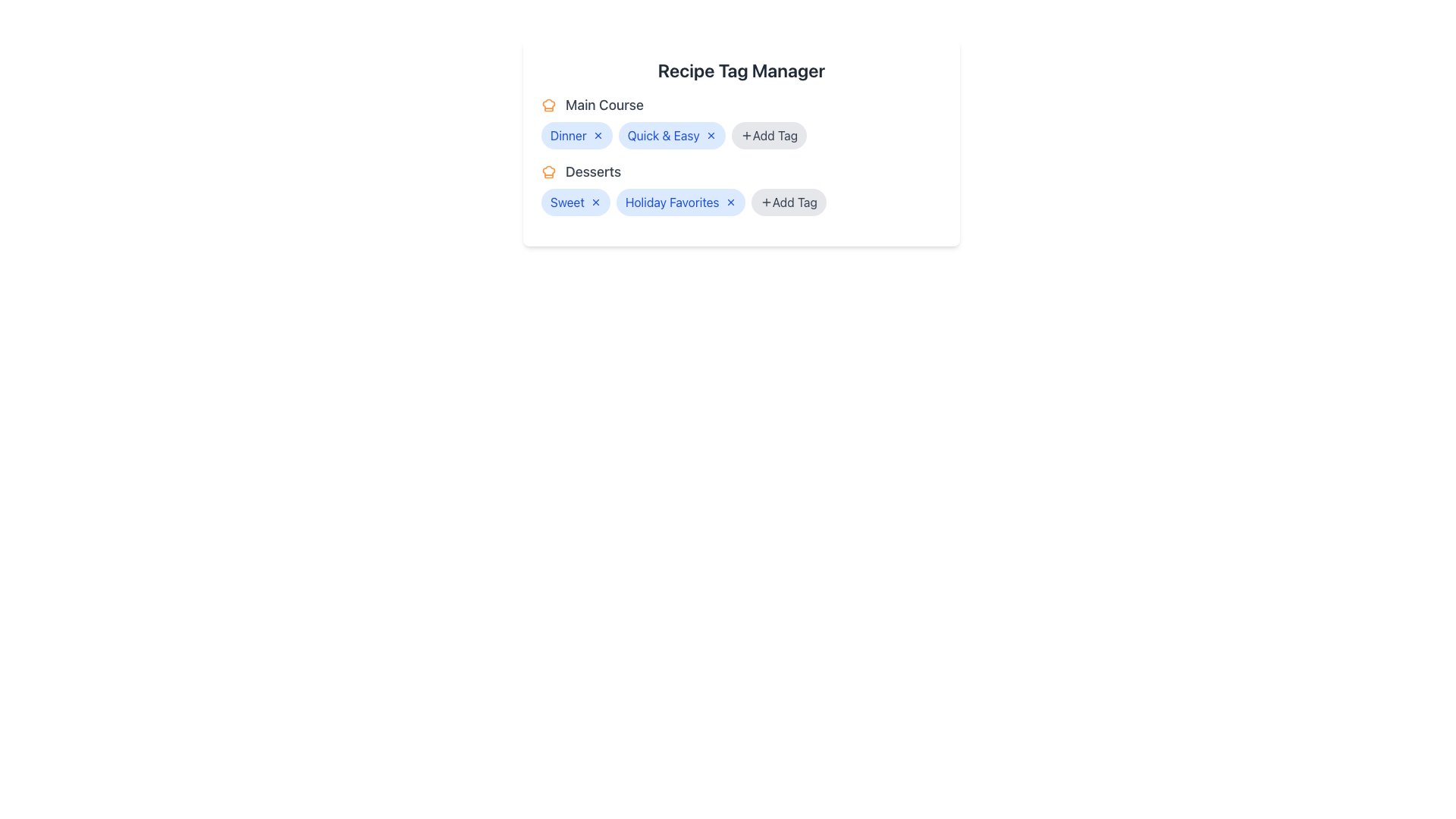 This screenshot has width=1456, height=819. What do you see at coordinates (592, 171) in the screenshot?
I see `the 'Desserts' text label, which is a medium-weight, large gray font located under the 'Main Course' section, positioned to the right of an orange chef's hat icon` at bounding box center [592, 171].